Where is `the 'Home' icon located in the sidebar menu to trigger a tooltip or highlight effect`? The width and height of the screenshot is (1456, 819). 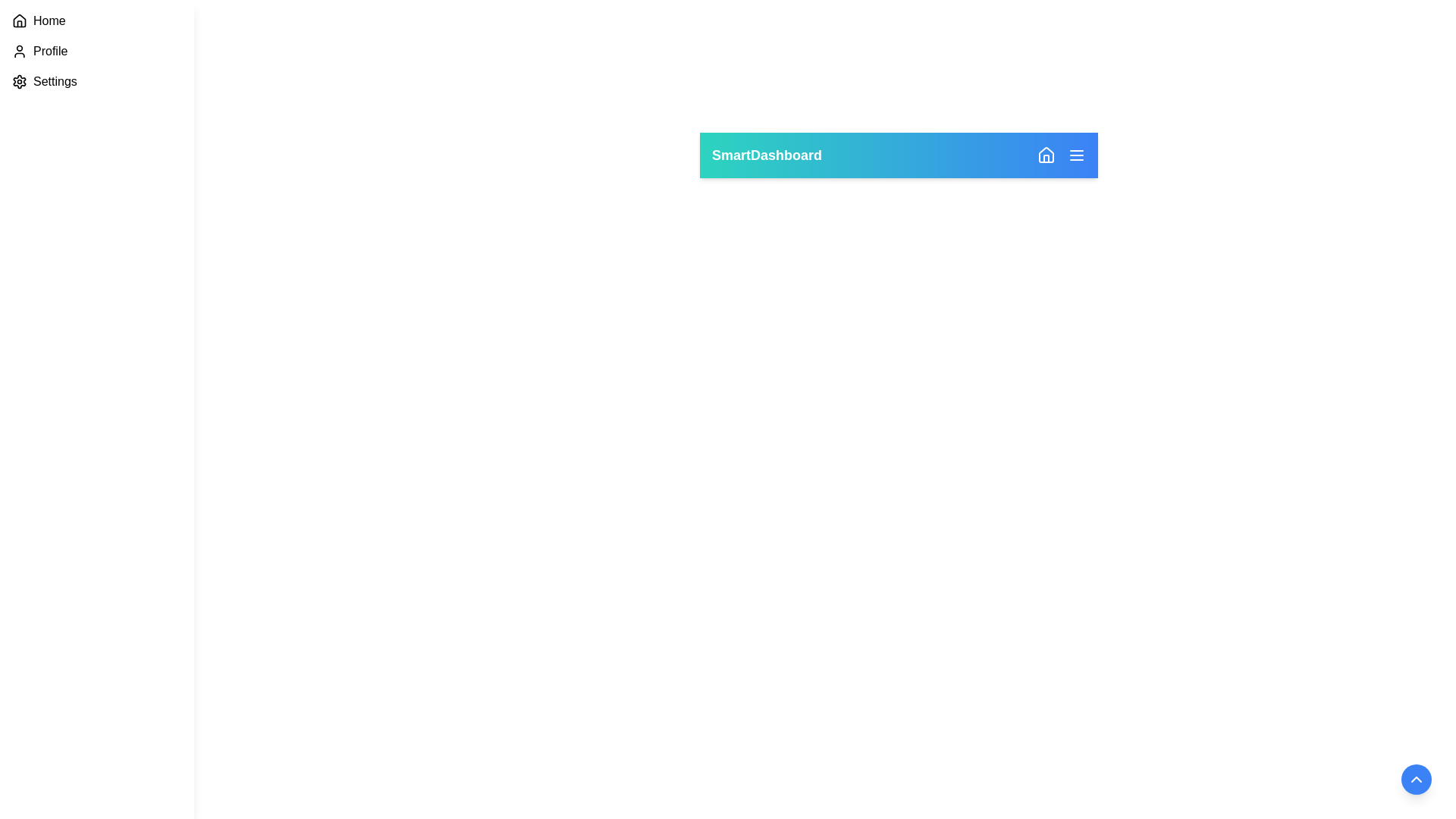
the 'Home' icon located in the sidebar menu to trigger a tooltip or highlight effect is located at coordinates (19, 20).